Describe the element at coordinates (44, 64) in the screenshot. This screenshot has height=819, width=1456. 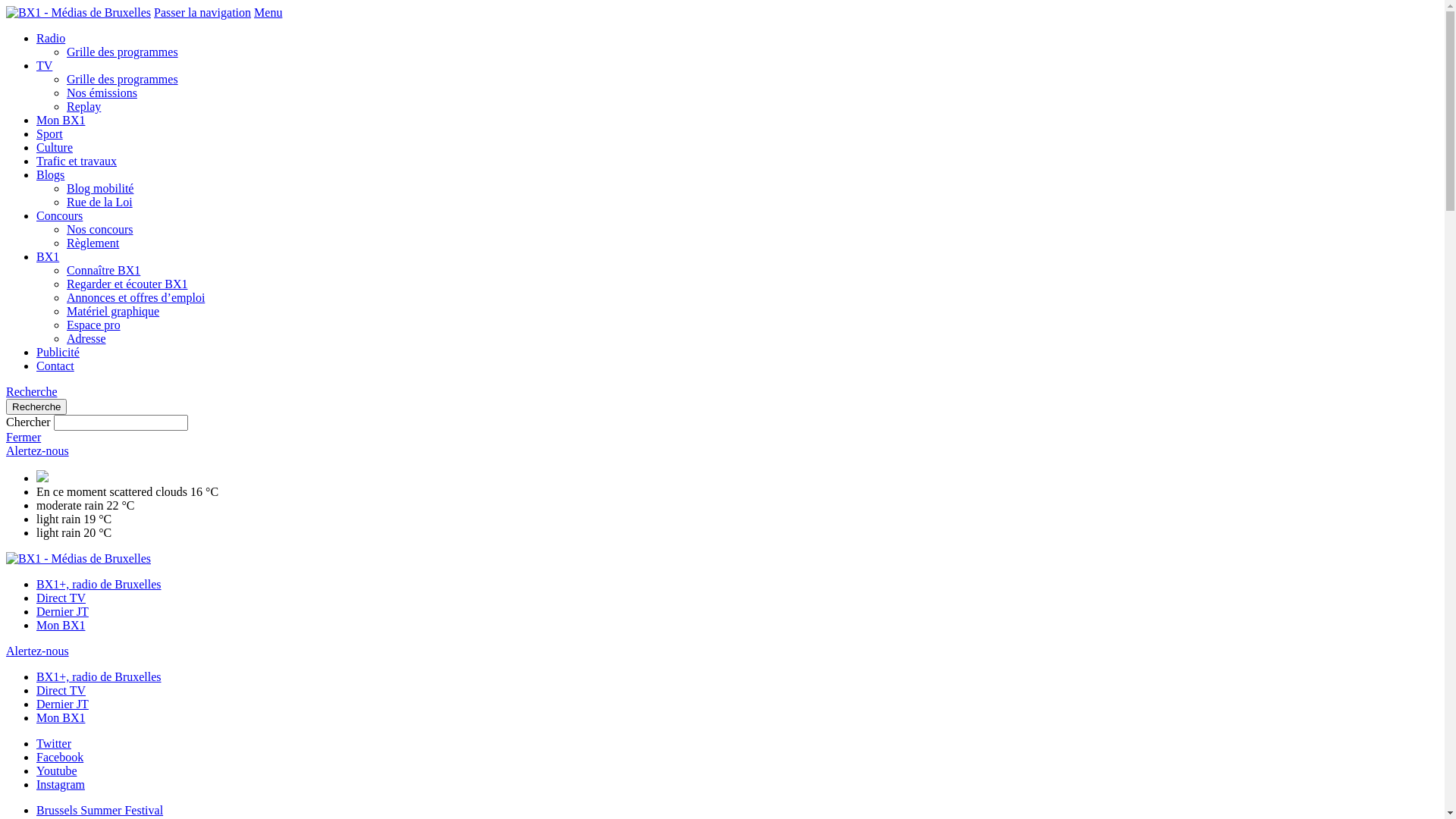
I see `'TV'` at that location.